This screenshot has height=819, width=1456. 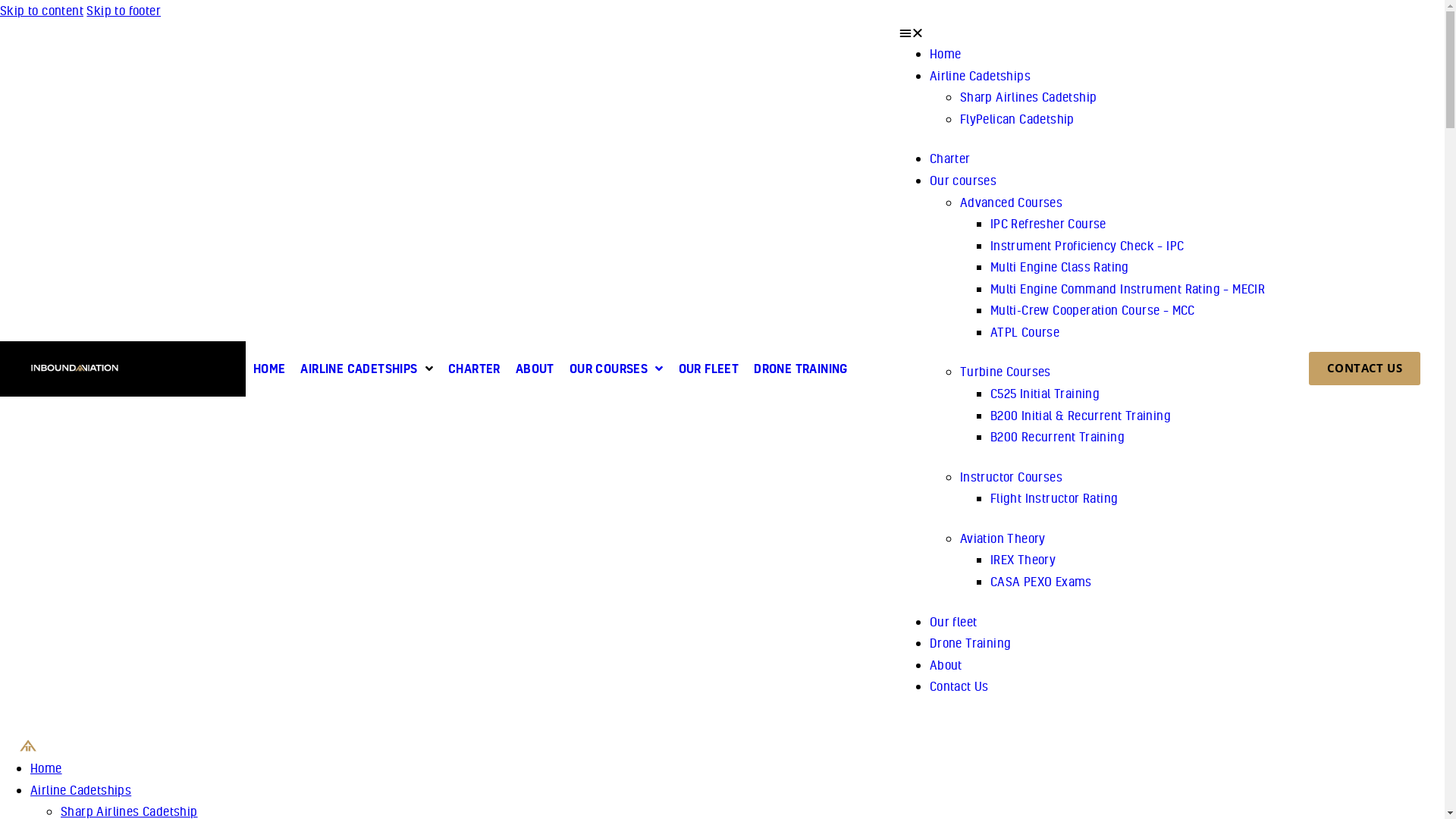 I want to click on 'ATPL Course', so click(x=1025, y=331).